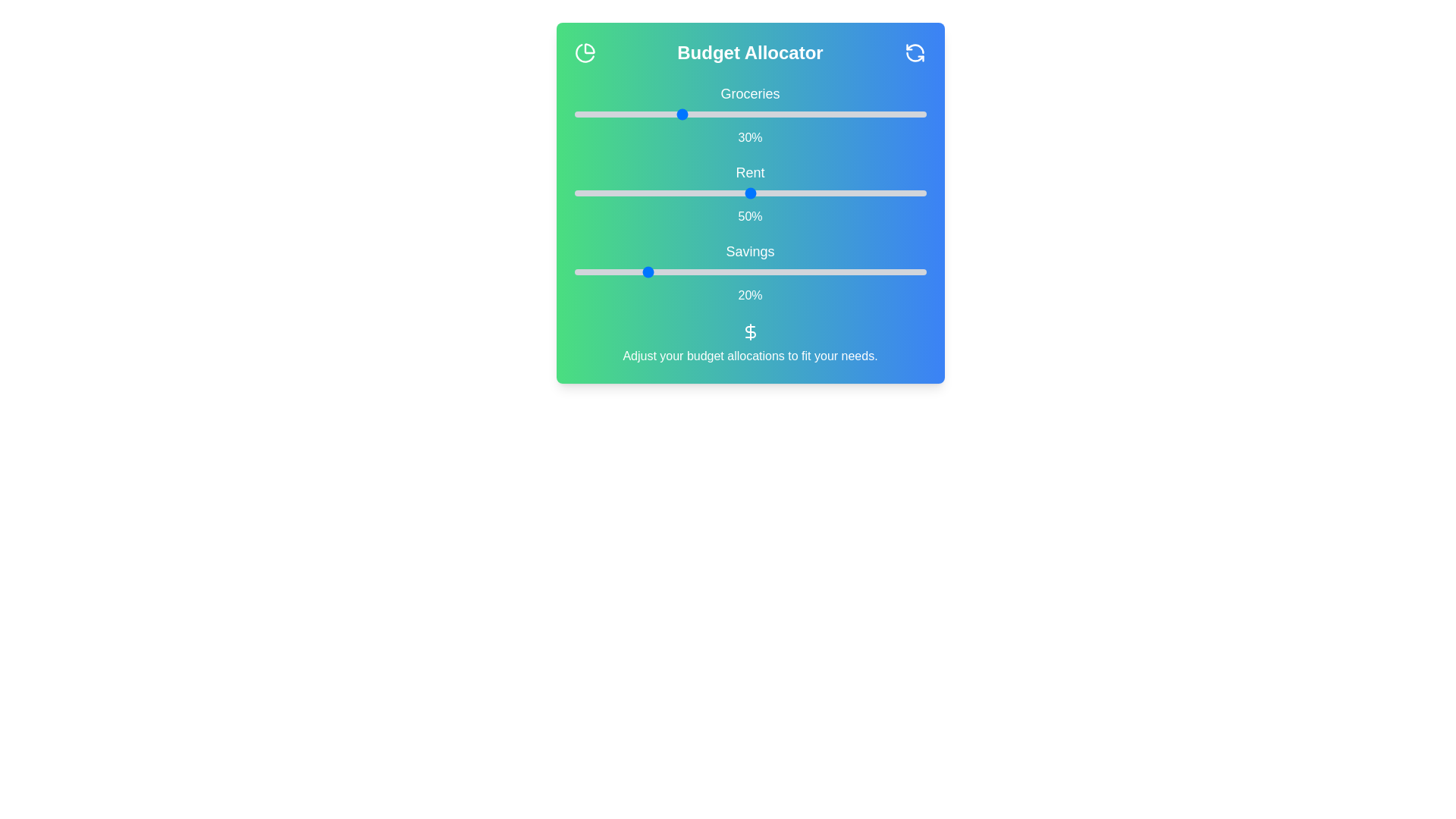 The image size is (1456, 819). Describe the element at coordinates (914, 52) in the screenshot. I see `the reset button to reset the budget allocations` at that location.